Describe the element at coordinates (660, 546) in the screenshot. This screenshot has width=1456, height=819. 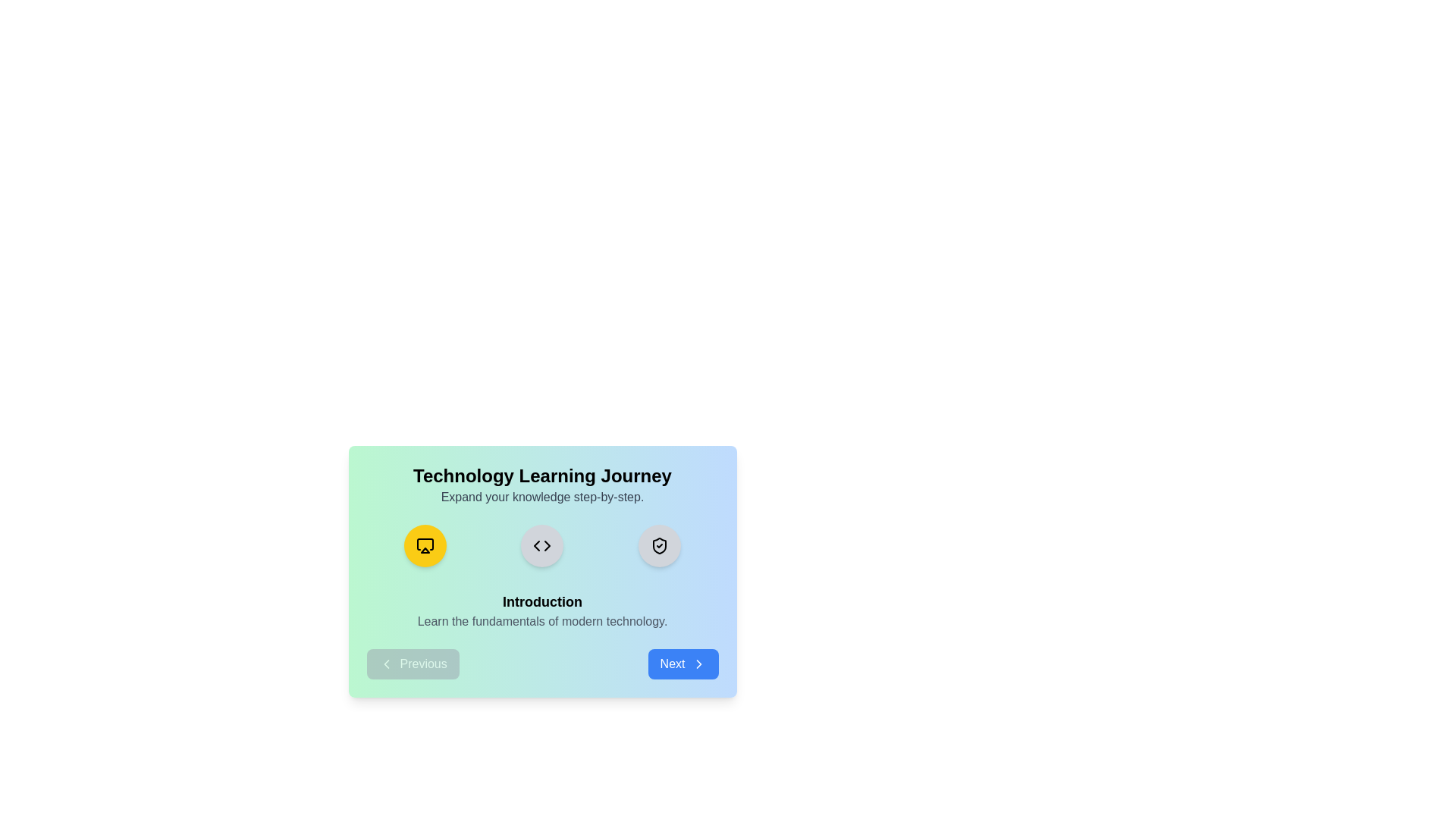
I see `the step icon corresponding to the Security step` at that location.